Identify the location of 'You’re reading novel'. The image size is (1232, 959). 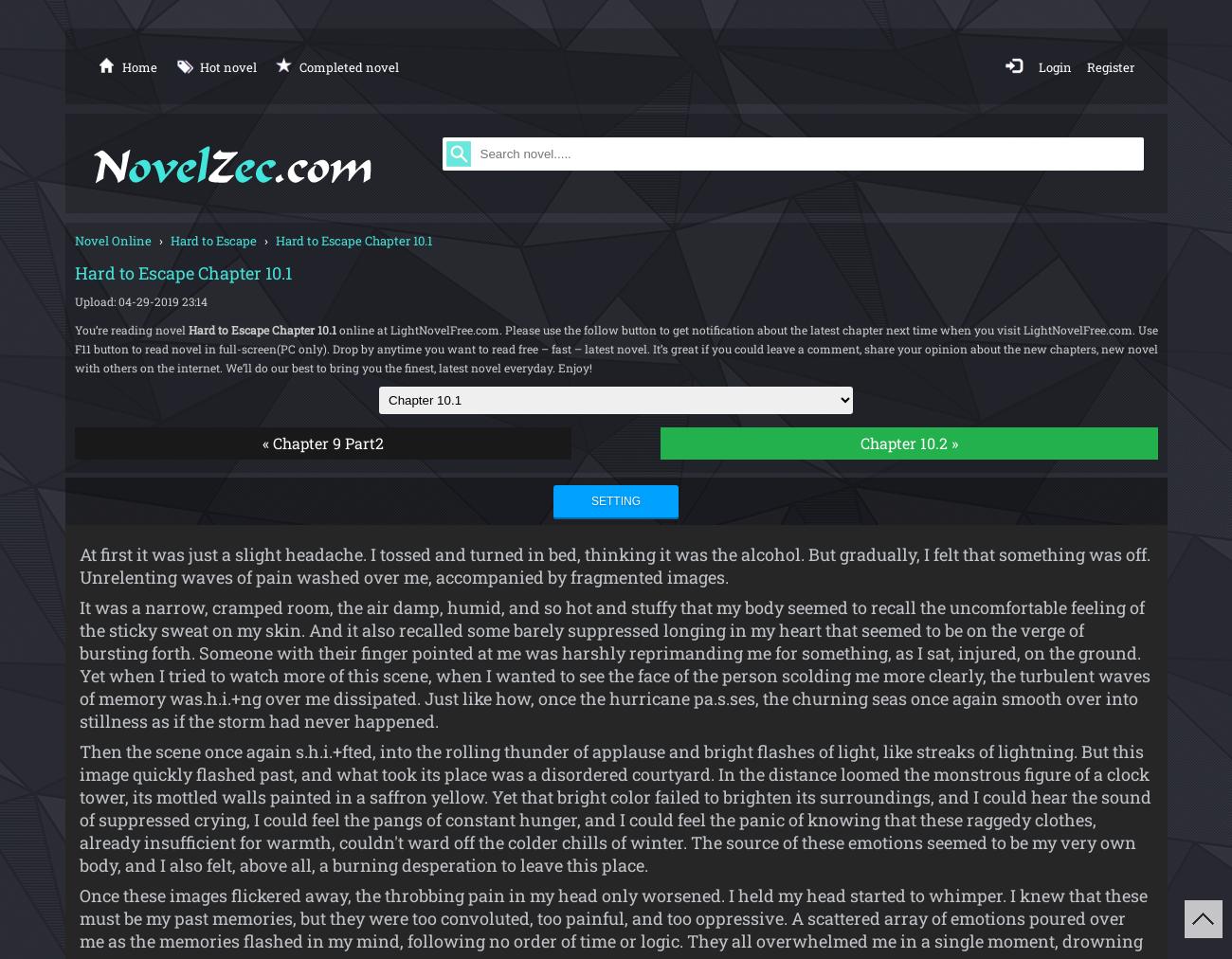
(130, 329).